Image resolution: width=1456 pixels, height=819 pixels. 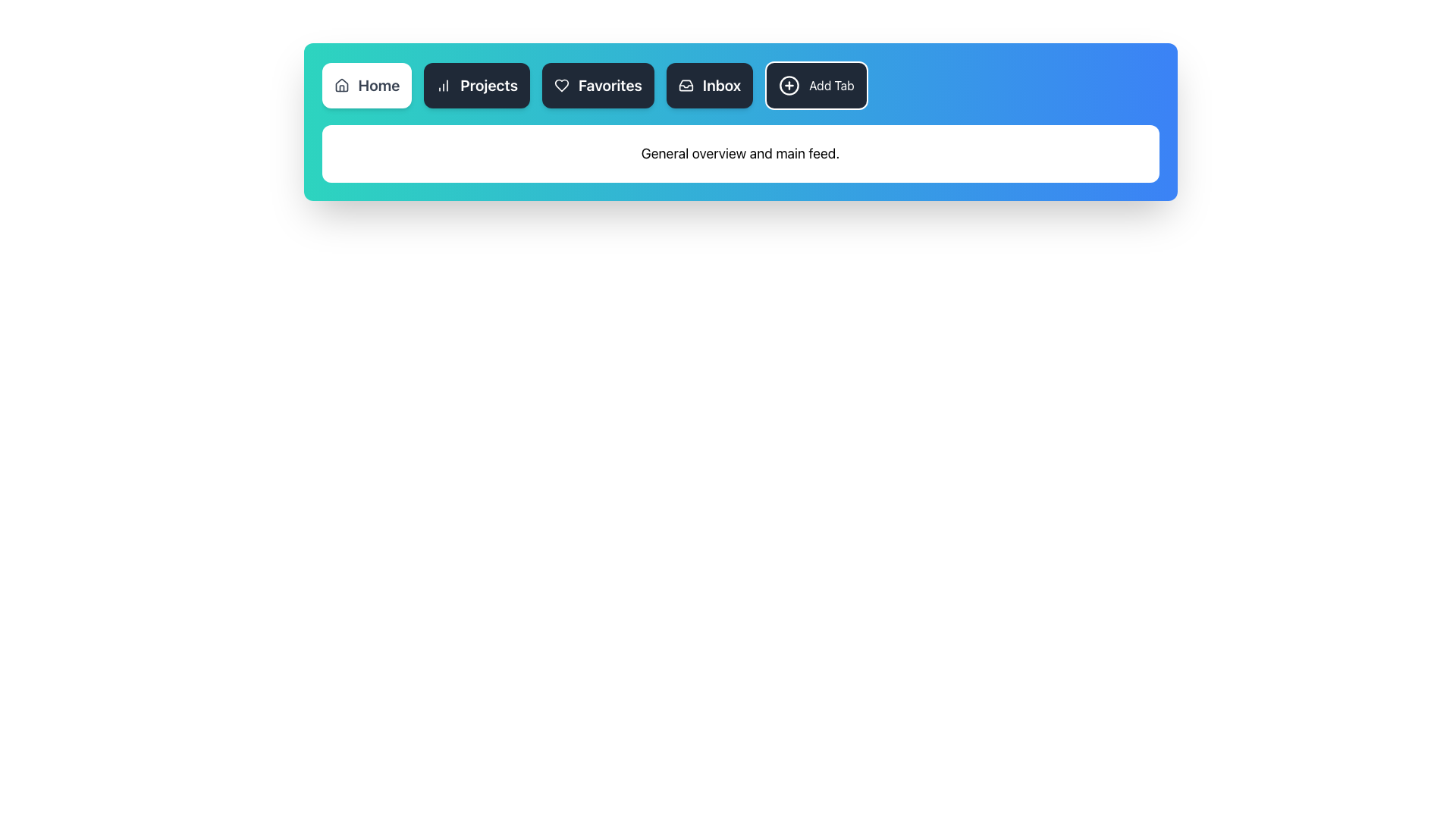 I want to click on the circular outline of the '+' icon within the 'Add Tab' button located at the top-right corner of the interface navigation bar, so click(x=789, y=85).